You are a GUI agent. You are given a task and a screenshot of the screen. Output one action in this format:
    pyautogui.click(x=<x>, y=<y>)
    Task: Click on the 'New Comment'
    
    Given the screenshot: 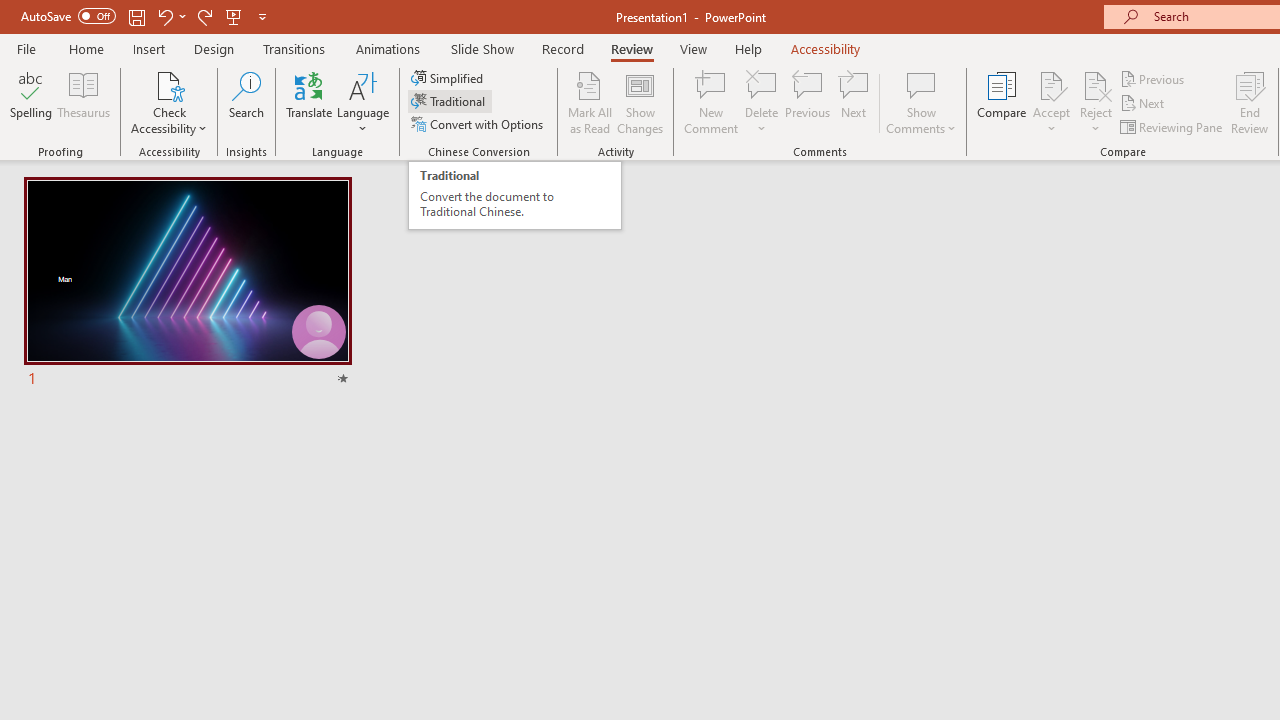 What is the action you would take?
    pyautogui.click(x=711, y=103)
    